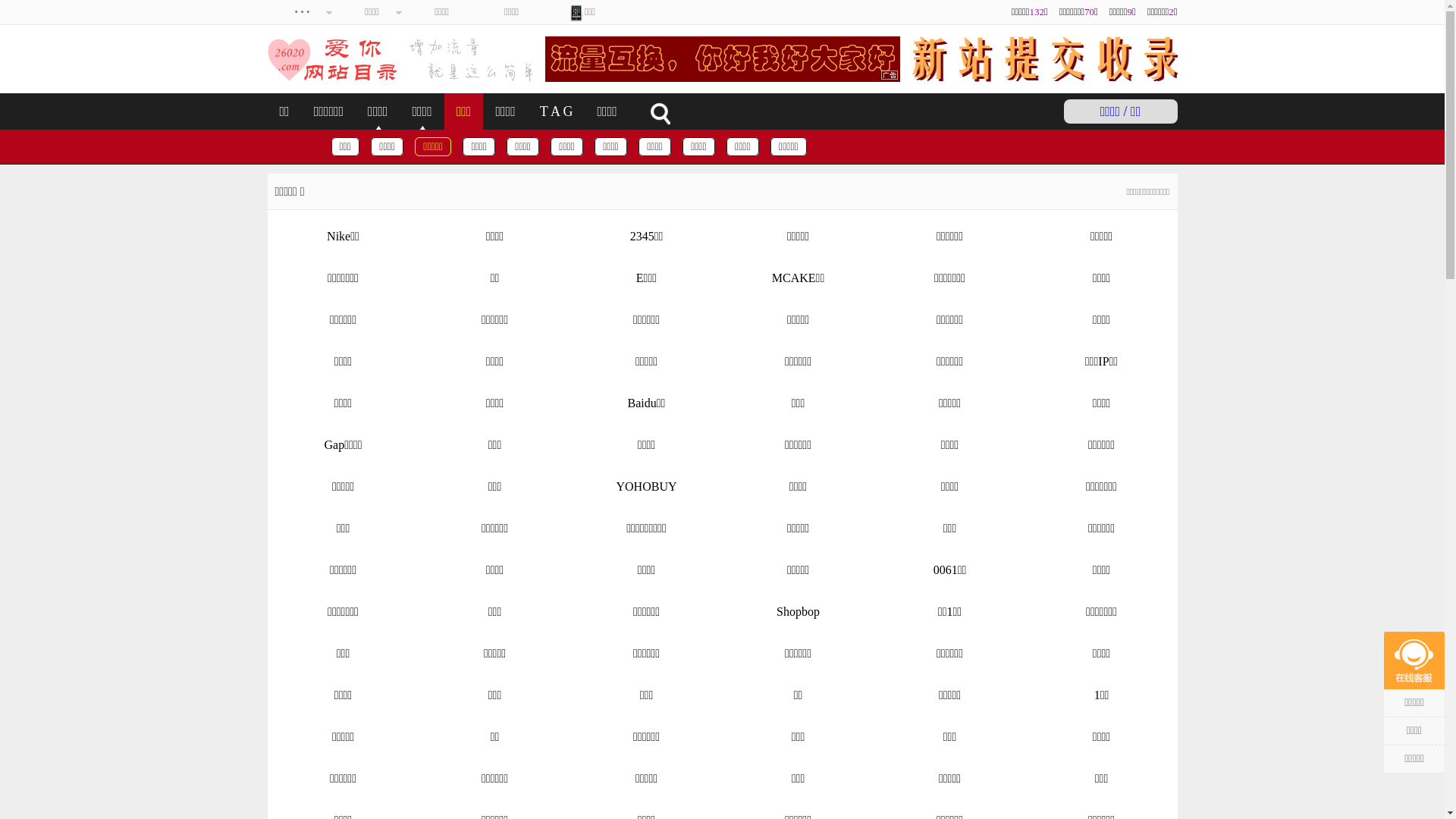 This screenshot has height=819, width=1456. What do you see at coordinates (556, 110) in the screenshot?
I see `'T A G'` at bounding box center [556, 110].